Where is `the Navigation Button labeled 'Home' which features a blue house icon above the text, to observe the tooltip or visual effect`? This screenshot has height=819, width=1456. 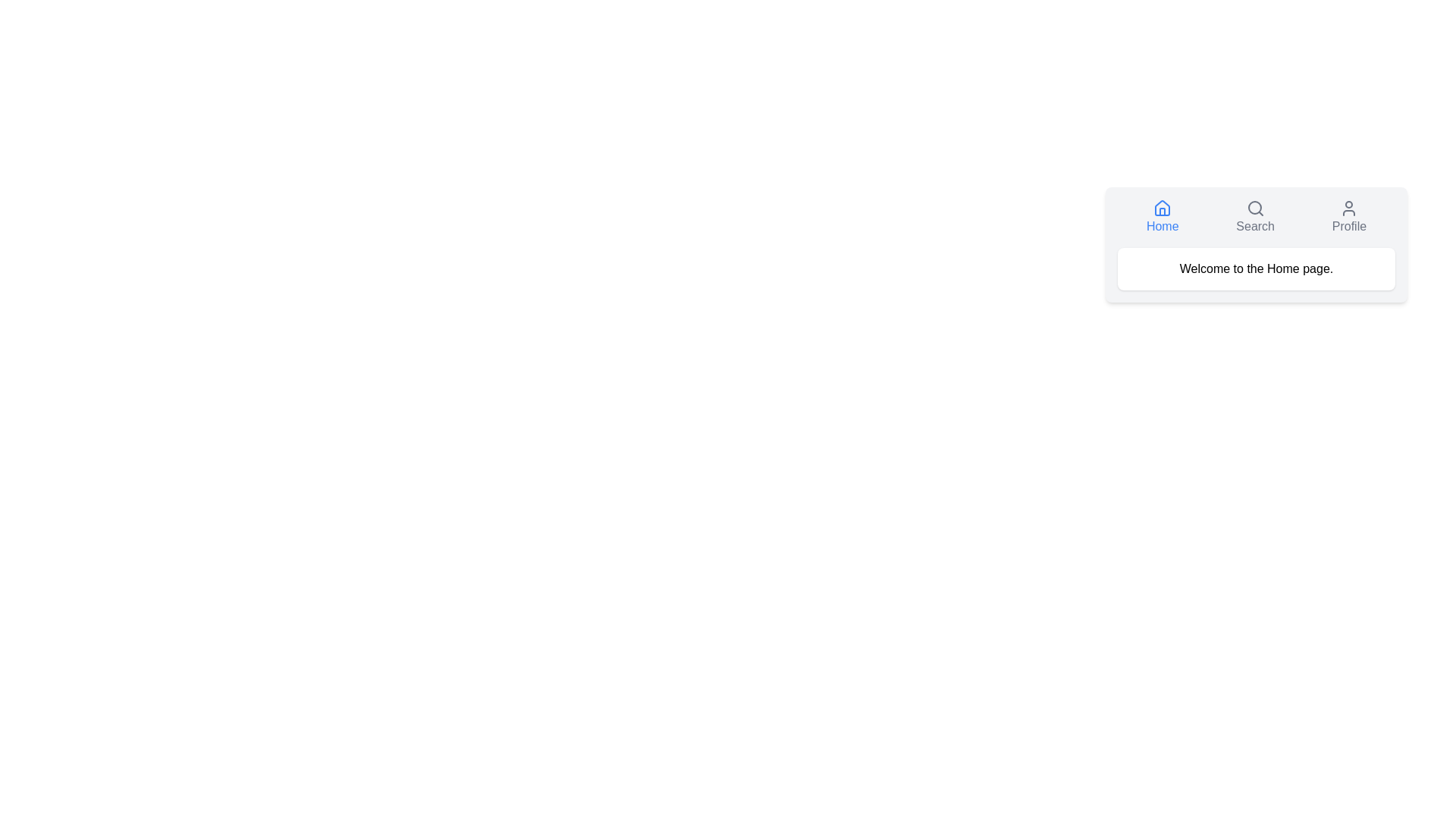
the Navigation Button labeled 'Home' which features a blue house icon above the text, to observe the tooltip or visual effect is located at coordinates (1162, 217).